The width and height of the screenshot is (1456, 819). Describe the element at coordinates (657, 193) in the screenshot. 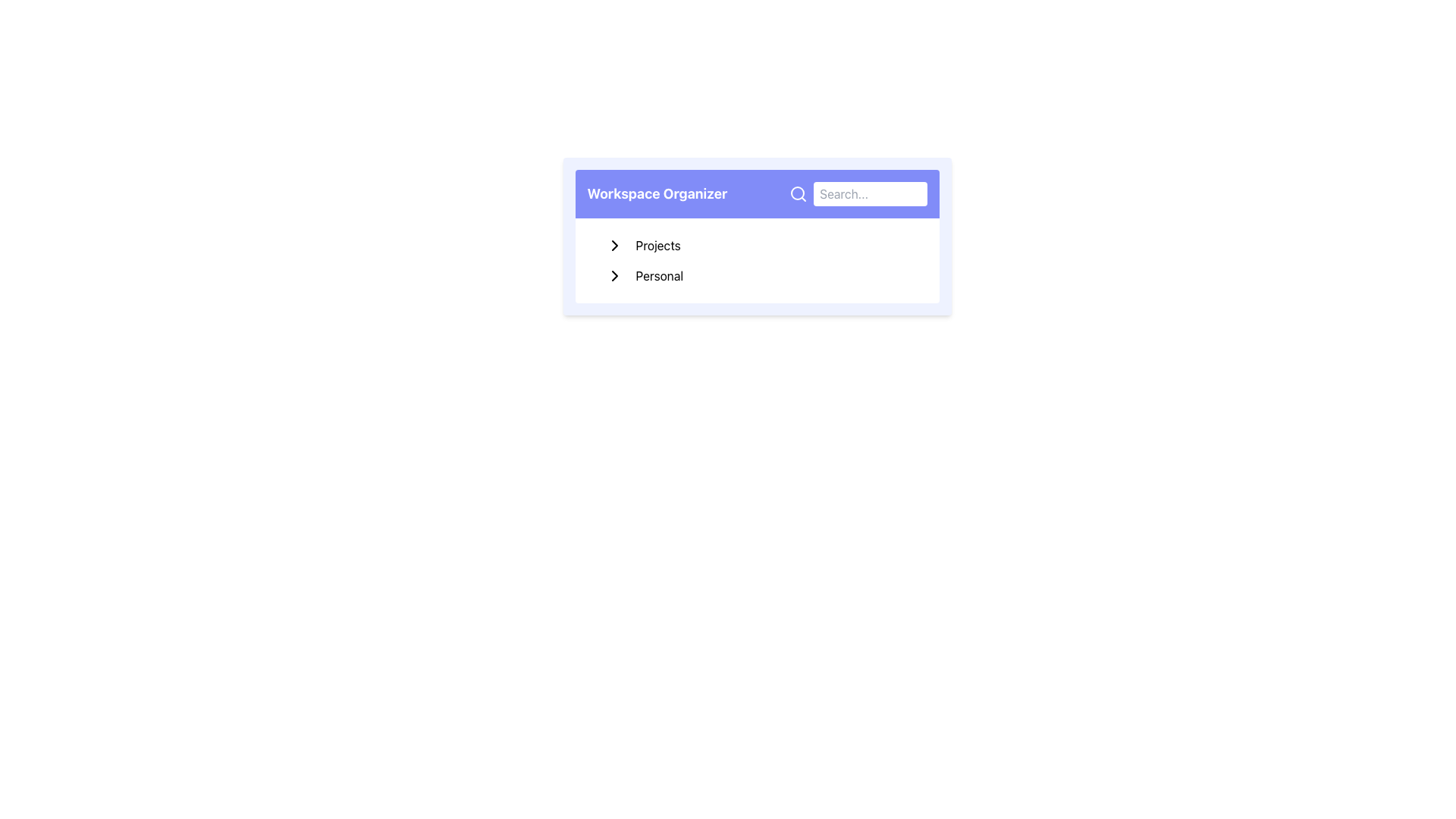

I see `the text element displaying the title 'Workspace Organizer', which is located on the left side of the header section, adjacent to a magnifying glass icon and a search input field` at that location.